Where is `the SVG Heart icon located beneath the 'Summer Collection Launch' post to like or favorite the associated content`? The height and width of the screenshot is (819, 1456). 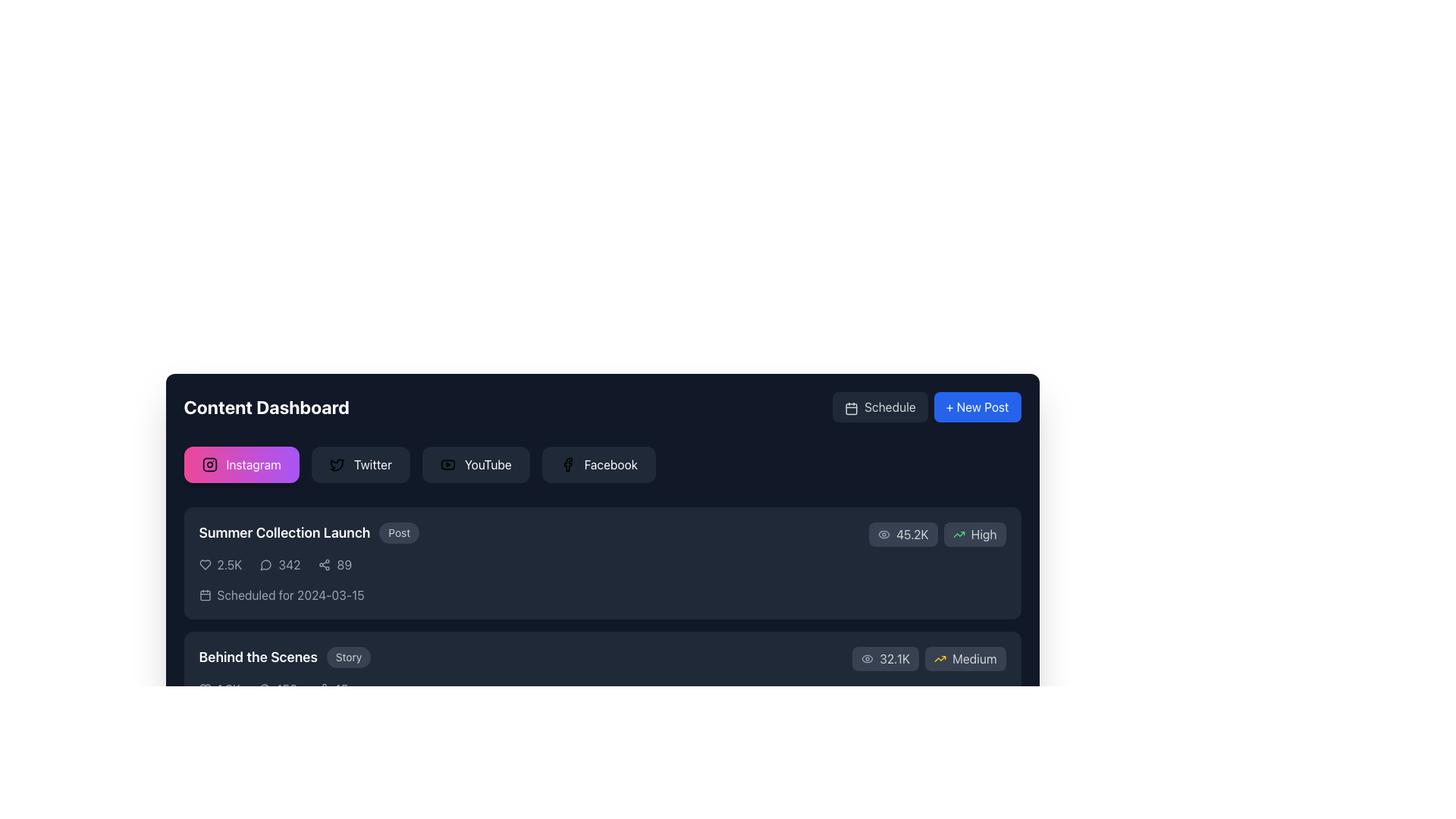 the SVG Heart icon located beneath the 'Summer Collection Launch' post to like or favorite the associated content is located at coordinates (204, 689).